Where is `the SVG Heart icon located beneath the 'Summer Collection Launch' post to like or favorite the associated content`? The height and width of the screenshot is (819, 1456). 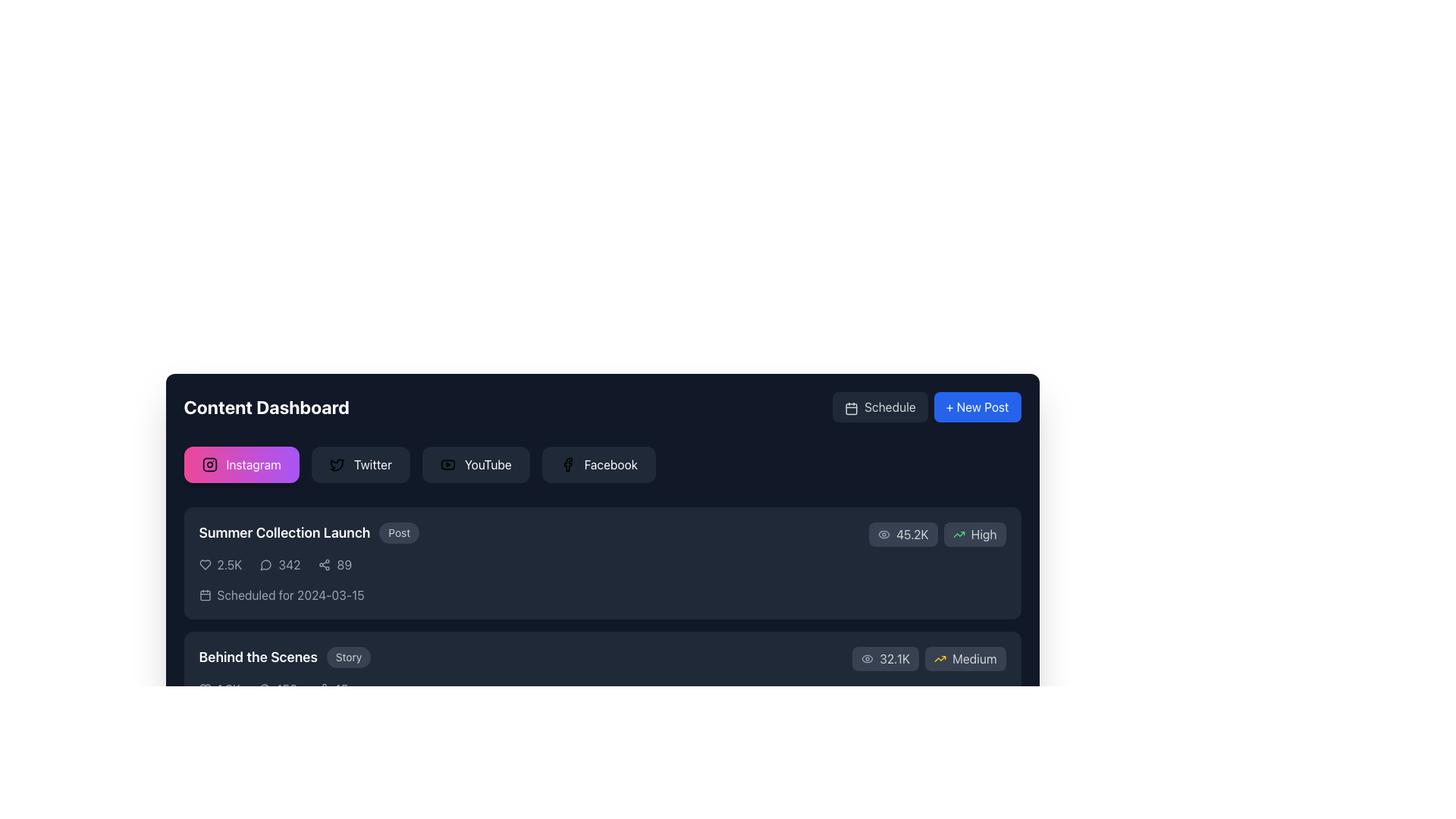 the SVG Heart icon located beneath the 'Summer Collection Launch' post to like or favorite the associated content is located at coordinates (204, 689).